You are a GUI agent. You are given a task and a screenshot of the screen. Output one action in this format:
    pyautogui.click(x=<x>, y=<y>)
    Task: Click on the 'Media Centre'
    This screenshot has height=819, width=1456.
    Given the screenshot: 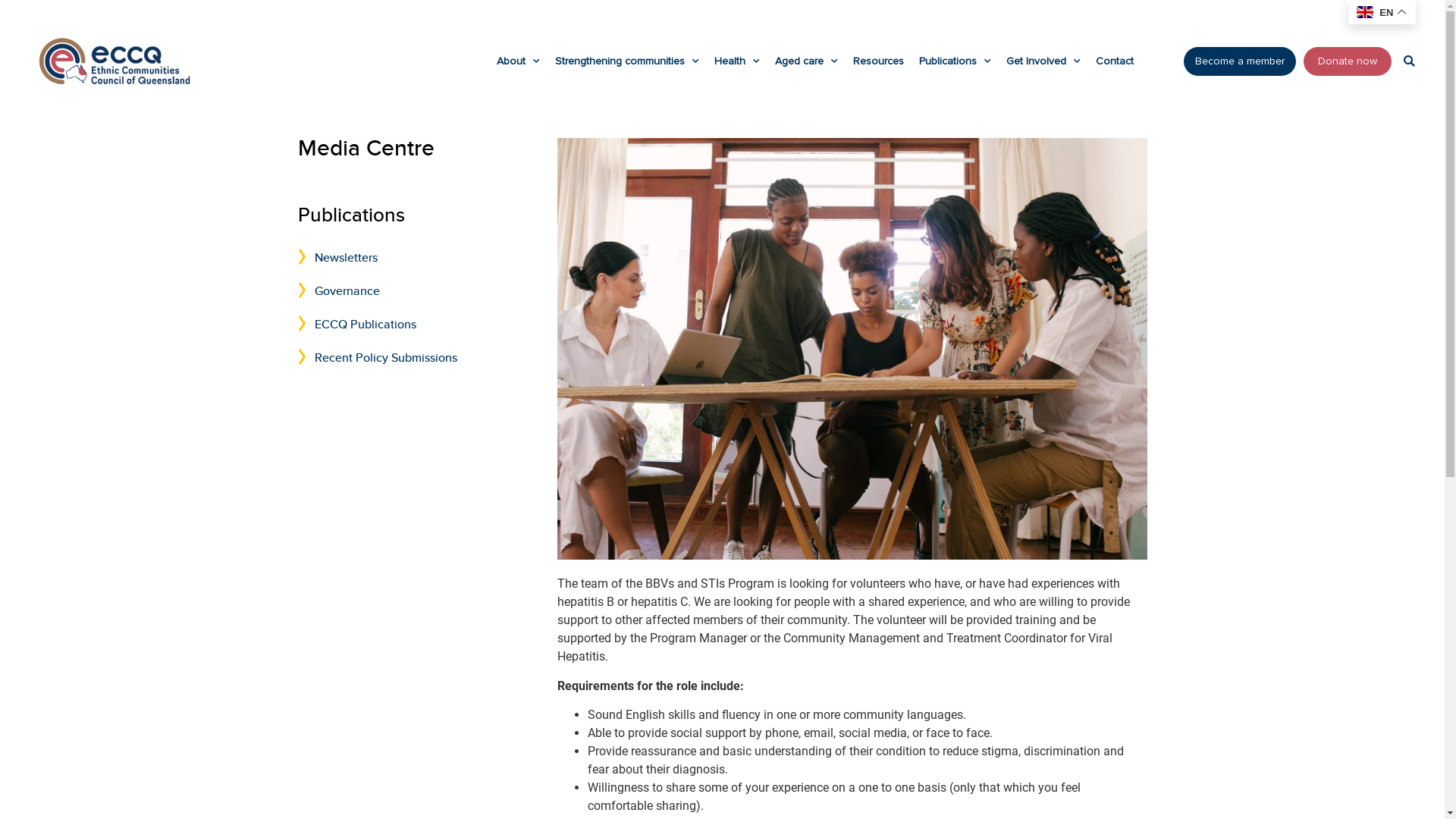 What is the action you would take?
    pyautogui.click(x=365, y=149)
    